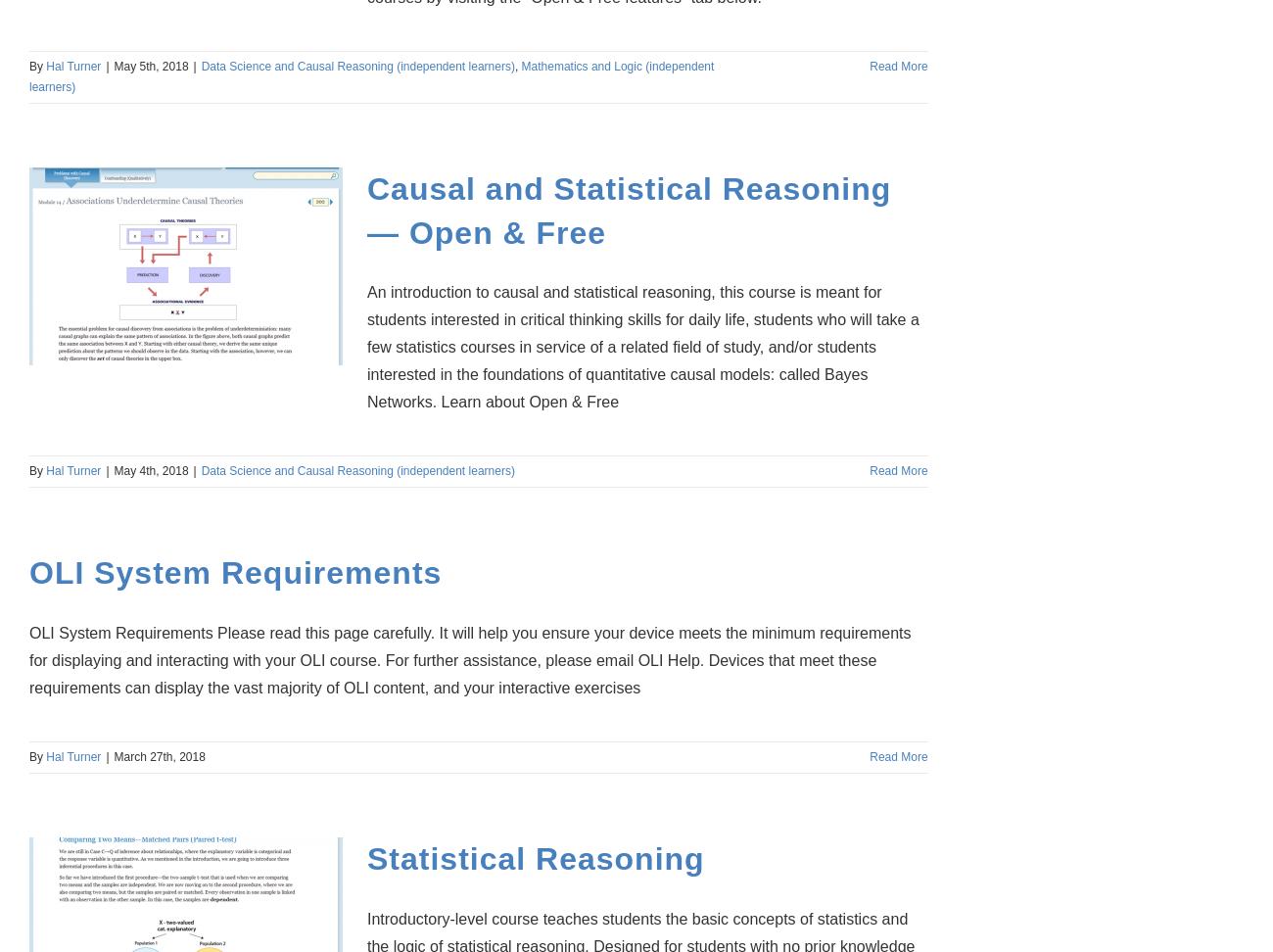 Image resolution: width=1273 pixels, height=952 pixels. Describe the element at coordinates (535, 859) in the screenshot. I see `'Statistical Reasoning'` at that location.